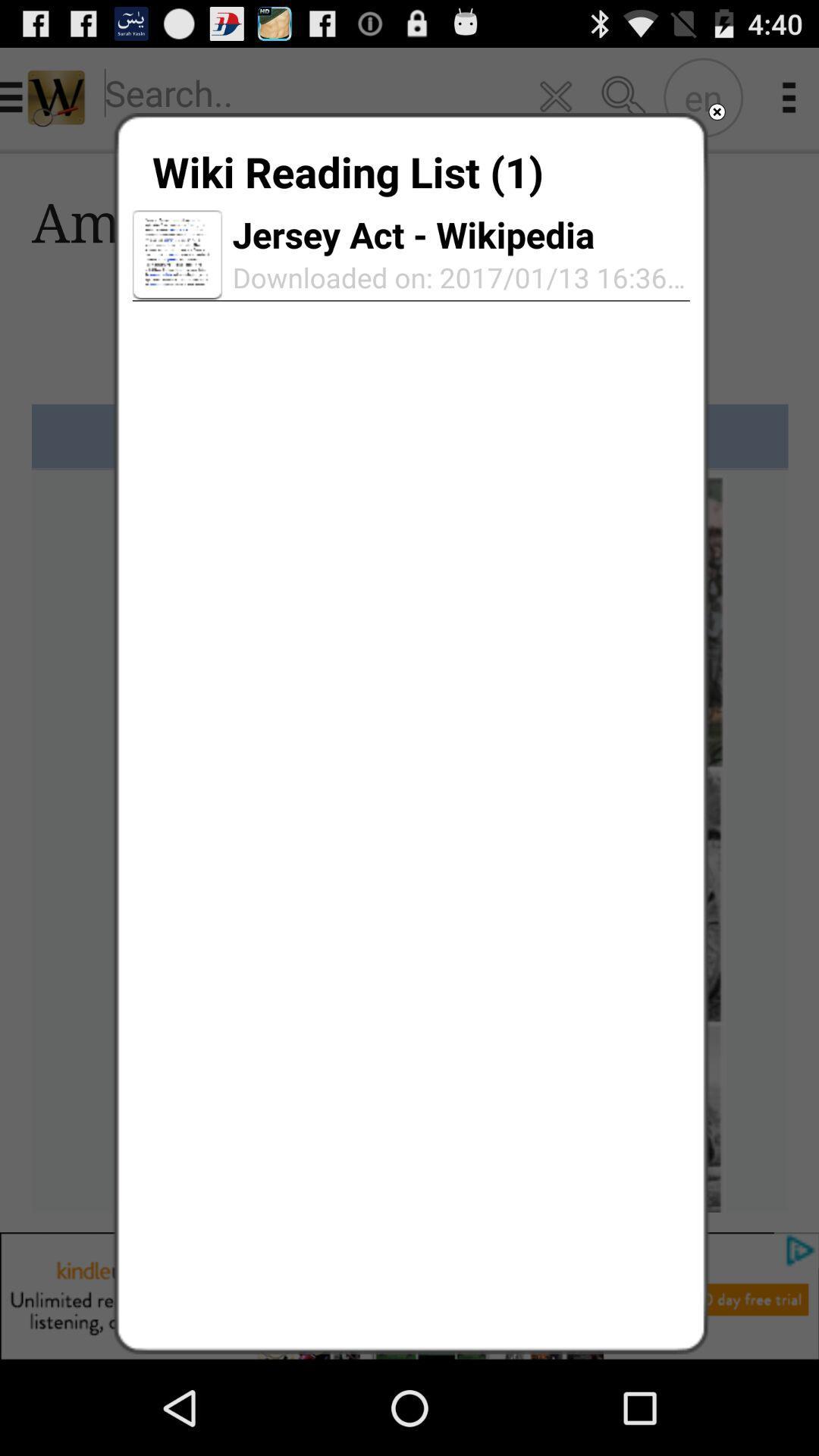 The width and height of the screenshot is (819, 1456). What do you see at coordinates (455, 277) in the screenshot?
I see `downloaded on 2017` at bounding box center [455, 277].